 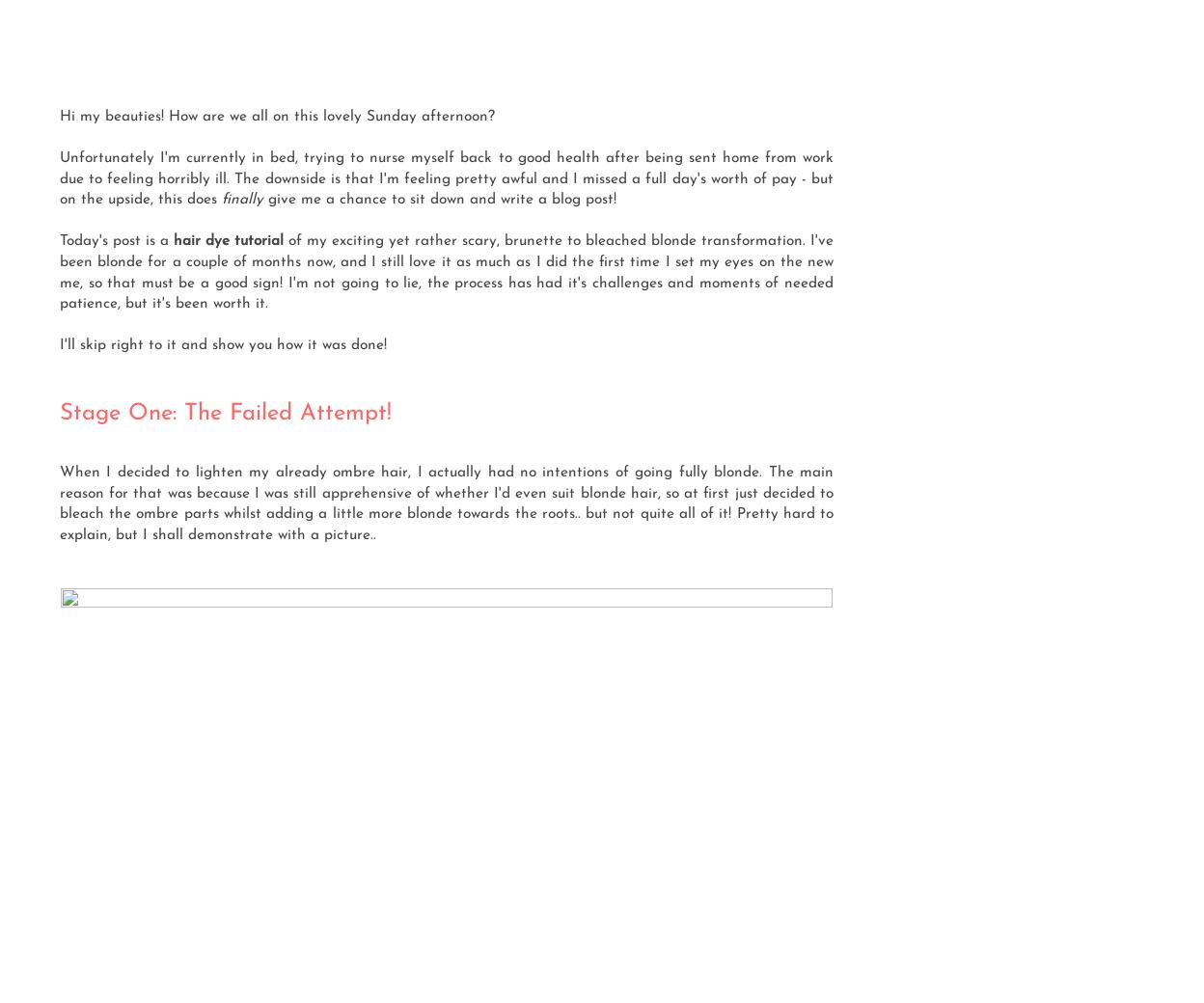 What do you see at coordinates (447, 271) in the screenshot?
I see `'of my exciting yet rather scary, brunette to bleached blonde transformation. I've been blonde for a couple of months now, and I still love it as much as I did the first time I set my eyes on the new me, so that must be a good sign! I'm not going to lie, the process has had it's challenges and moments of needed patience, but it's been worth it.'` at bounding box center [447, 271].